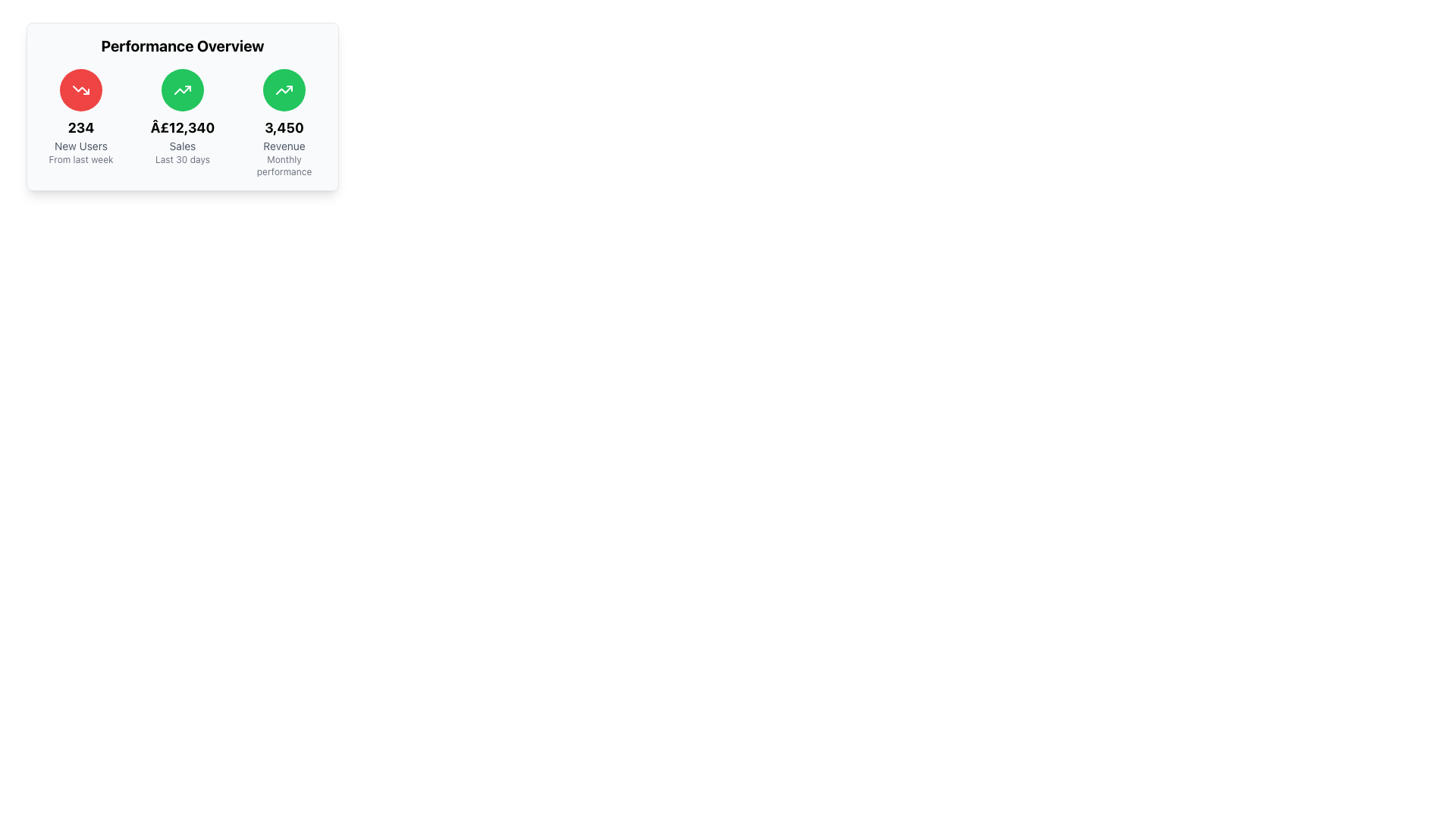 This screenshot has height=819, width=1456. I want to click on the Text Label that provides context to the revenue value '3,450', positioned under the 'Revenue' text in the third column, so click(284, 166).